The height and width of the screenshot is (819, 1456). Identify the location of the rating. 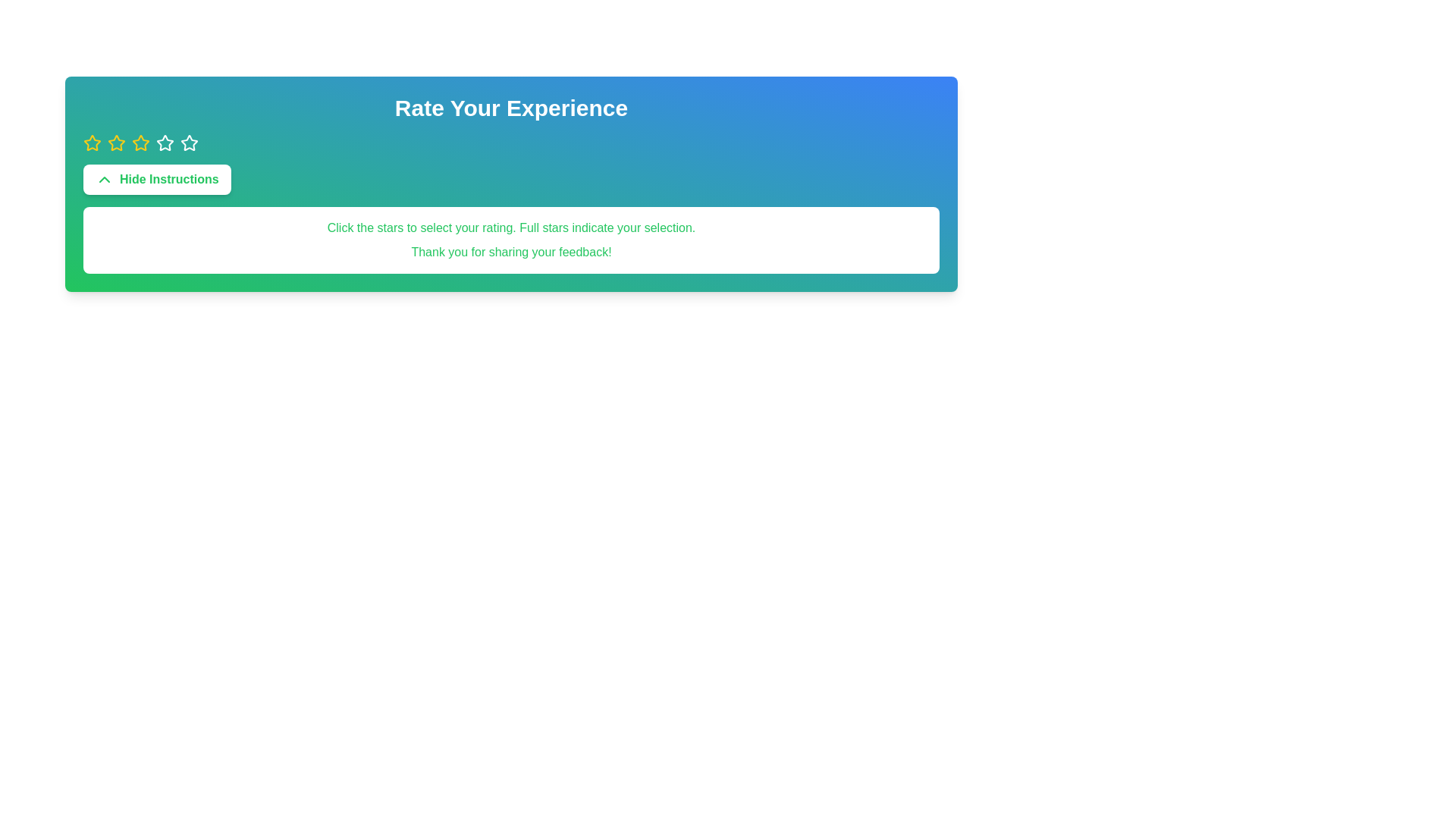
(141, 143).